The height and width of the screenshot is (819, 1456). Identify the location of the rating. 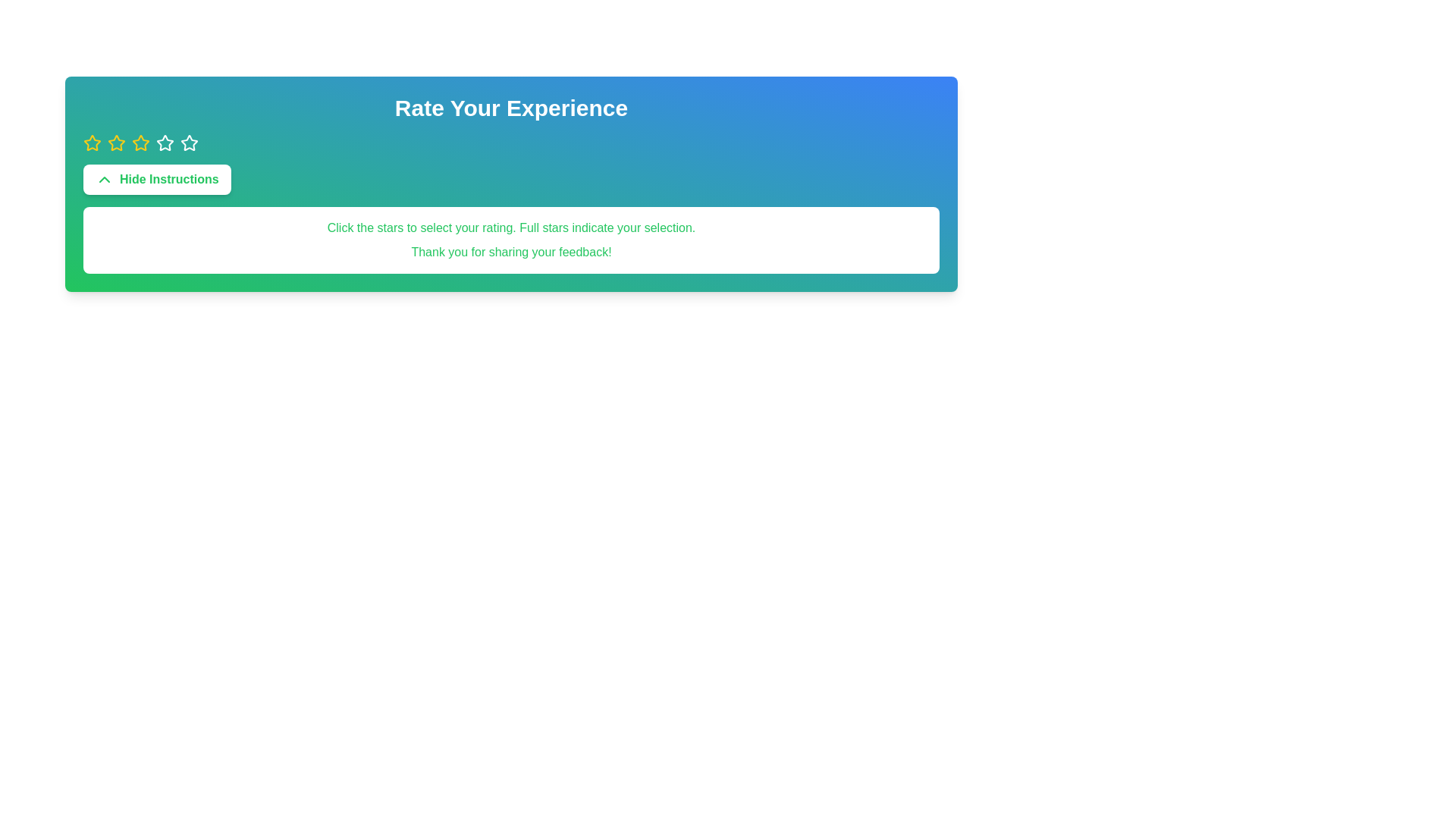
(141, 143).